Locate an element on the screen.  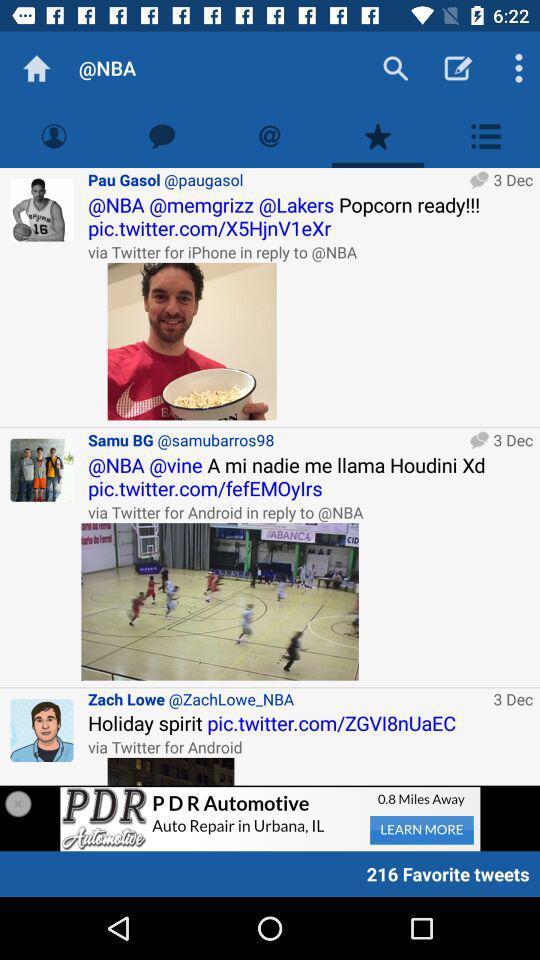
open link is located at coordinates (171, 770).